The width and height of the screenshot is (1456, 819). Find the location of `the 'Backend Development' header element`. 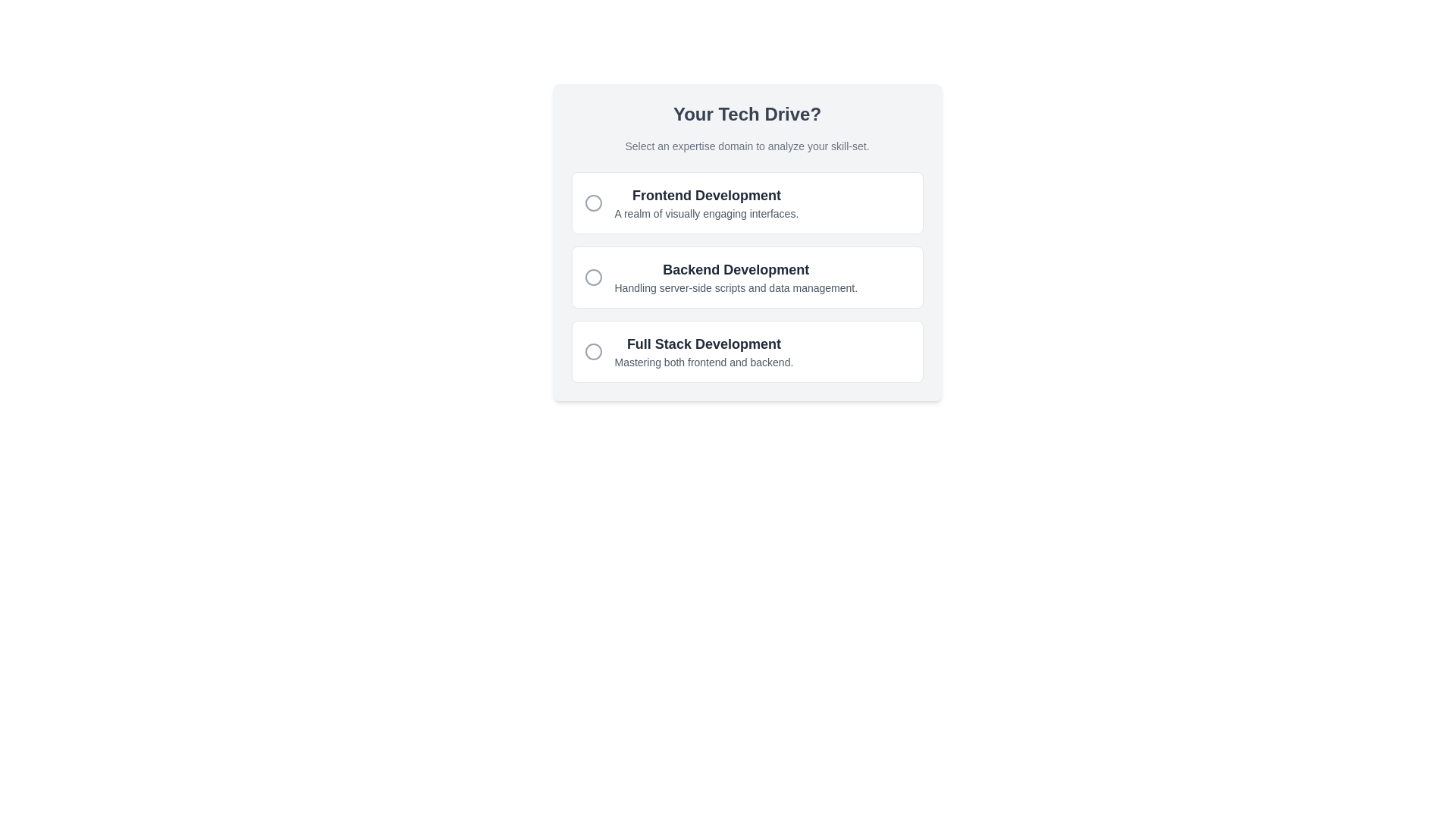

the 'Backend Development' header element is located at coordinates (736, 268).